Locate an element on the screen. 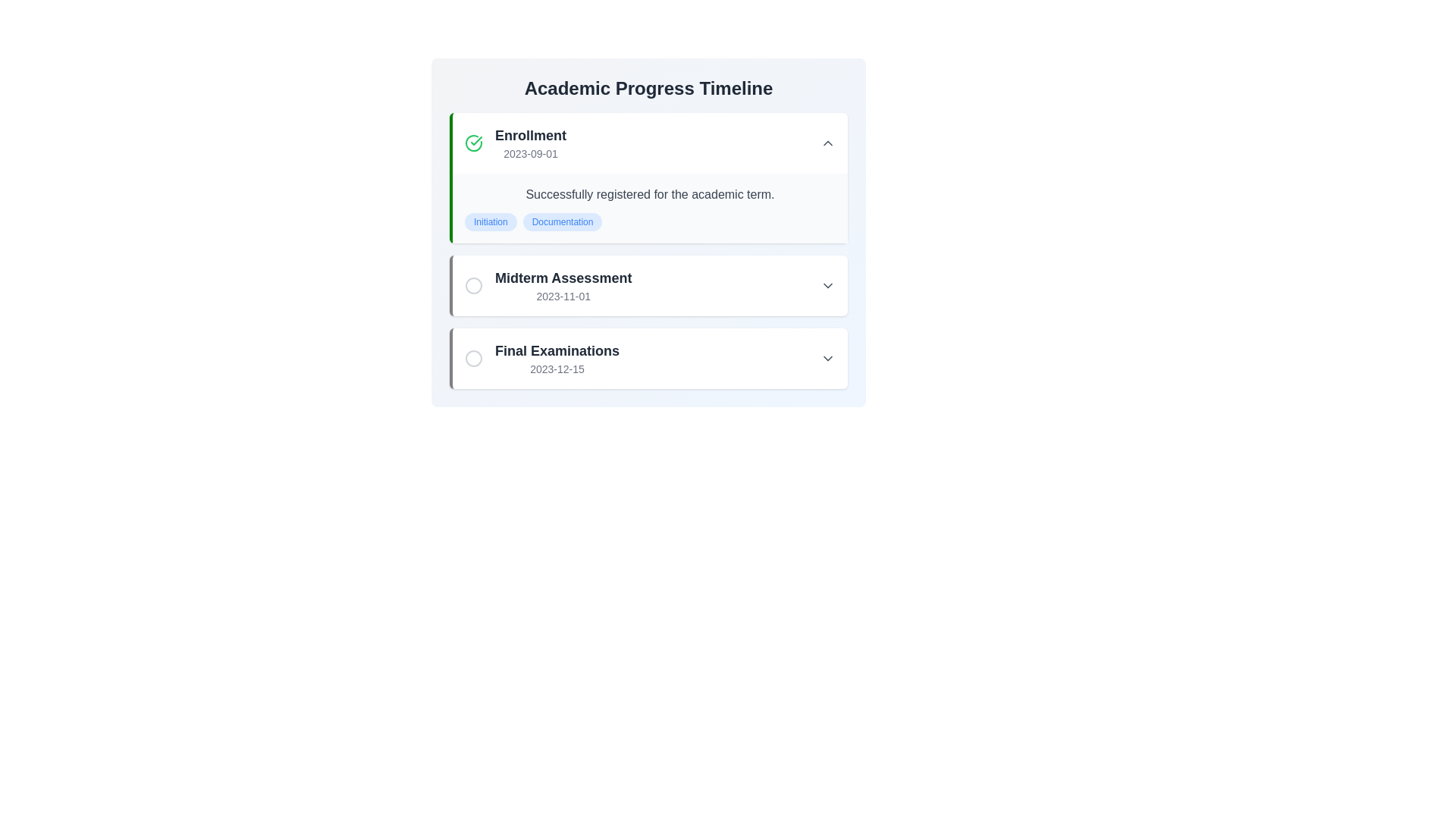 This screenshot has width=1456, height=819. the static text indicating the date of the 'Final Examinations' stage in the academic progress timeline, located below the bold title 'Final Examinations' is located at coordinates (556, 369).